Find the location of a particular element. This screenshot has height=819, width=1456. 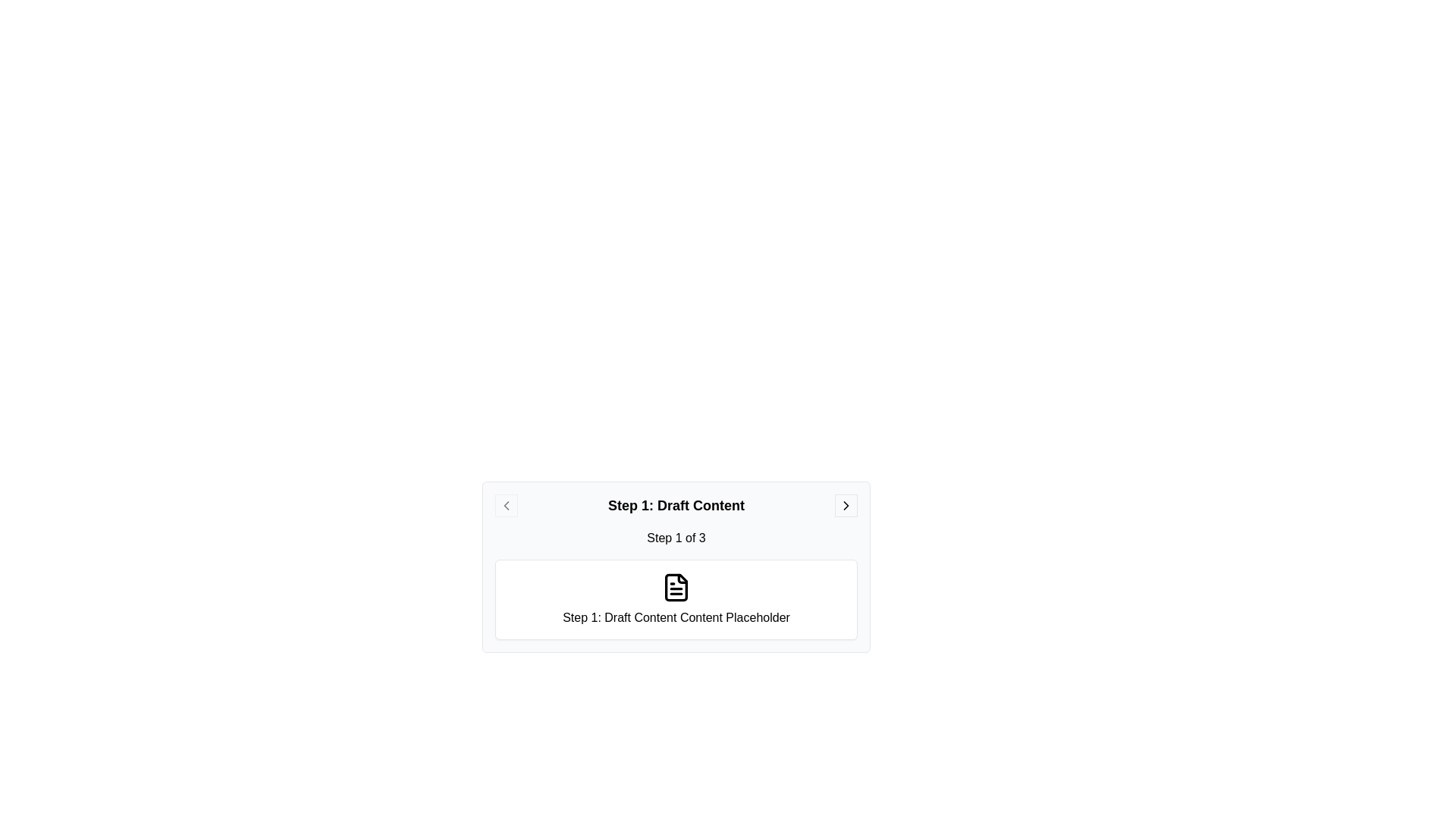

the navigation button to move to the previous step is located at coordinates (506, 506).